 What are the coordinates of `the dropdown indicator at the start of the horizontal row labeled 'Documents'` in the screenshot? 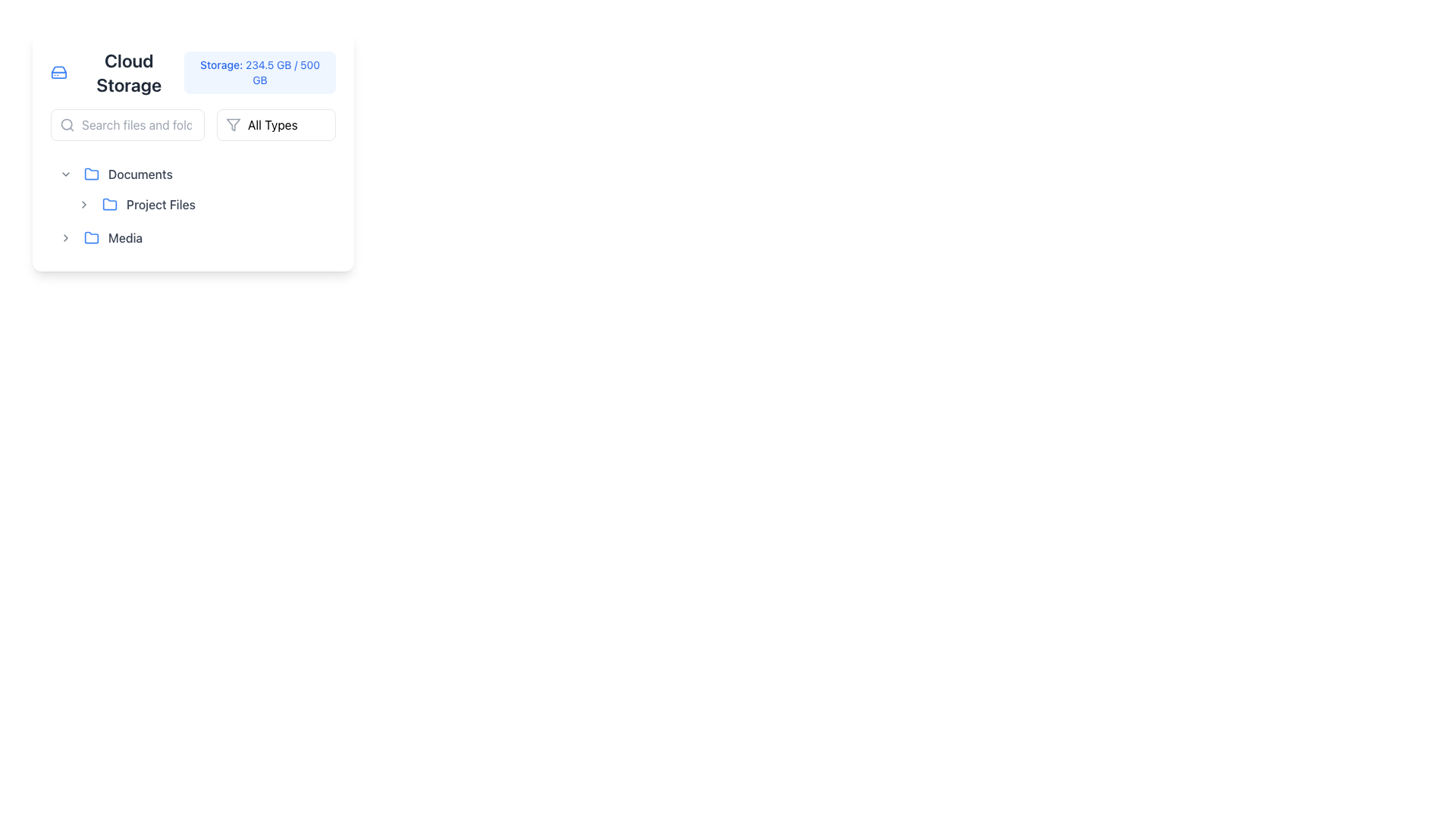 It's located at (64, 174).